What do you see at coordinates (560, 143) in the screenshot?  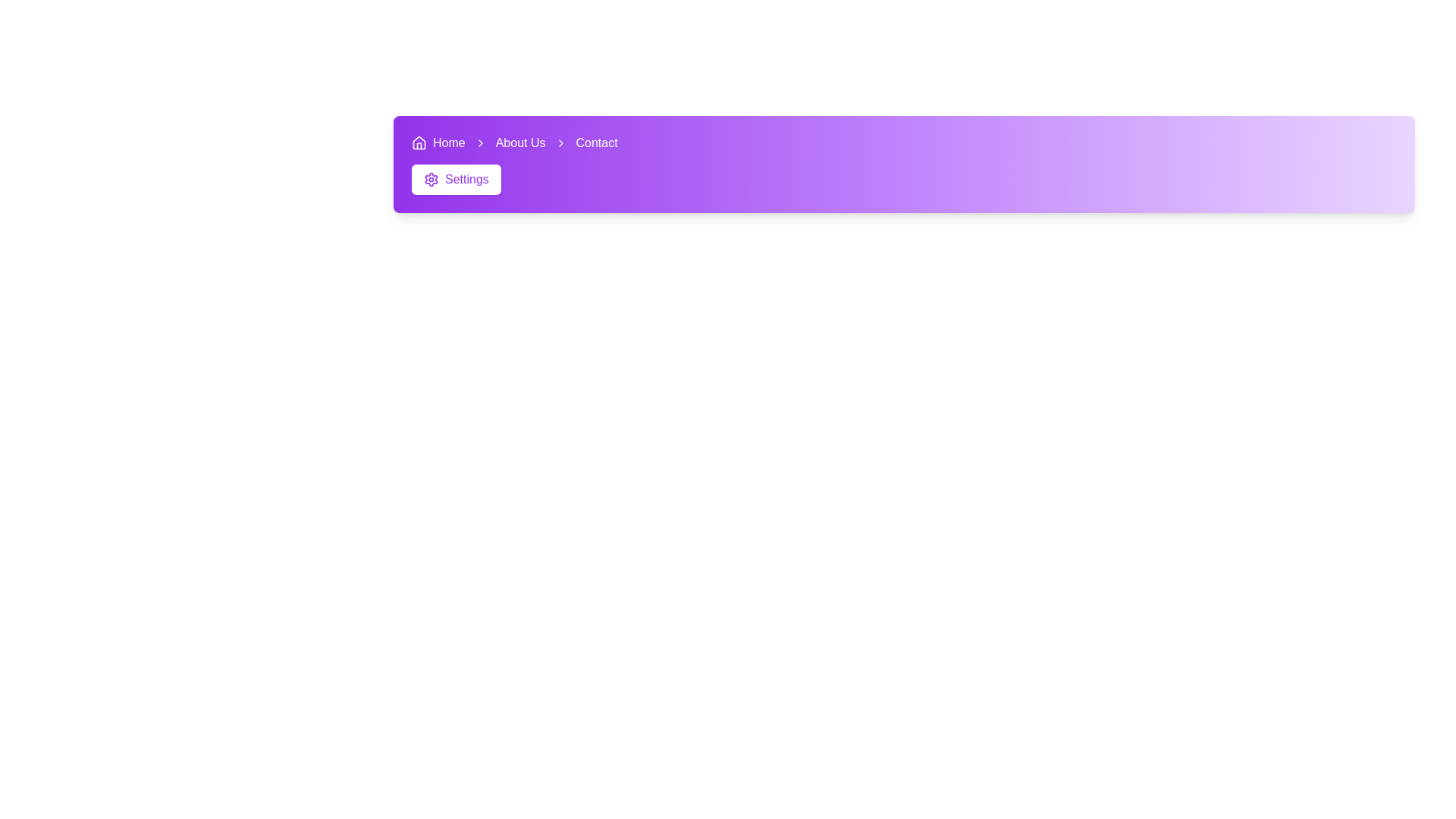 I see `the breadcrumb icon that separates 'About Us' and 'Contact' links in the navigation bar` at bounding box center [560, 143].